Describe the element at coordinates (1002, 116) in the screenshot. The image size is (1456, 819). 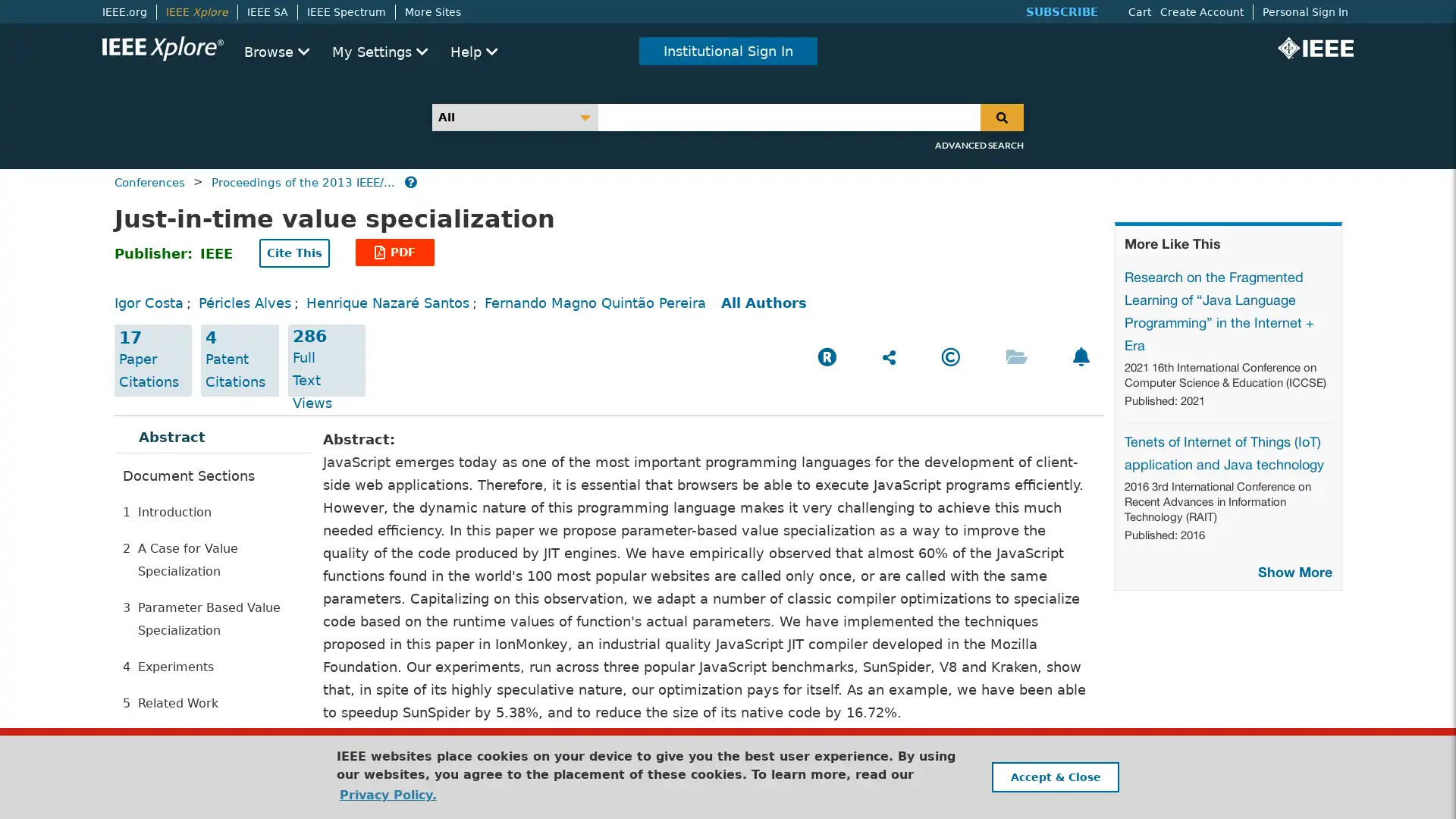
I see `Search` at that location.